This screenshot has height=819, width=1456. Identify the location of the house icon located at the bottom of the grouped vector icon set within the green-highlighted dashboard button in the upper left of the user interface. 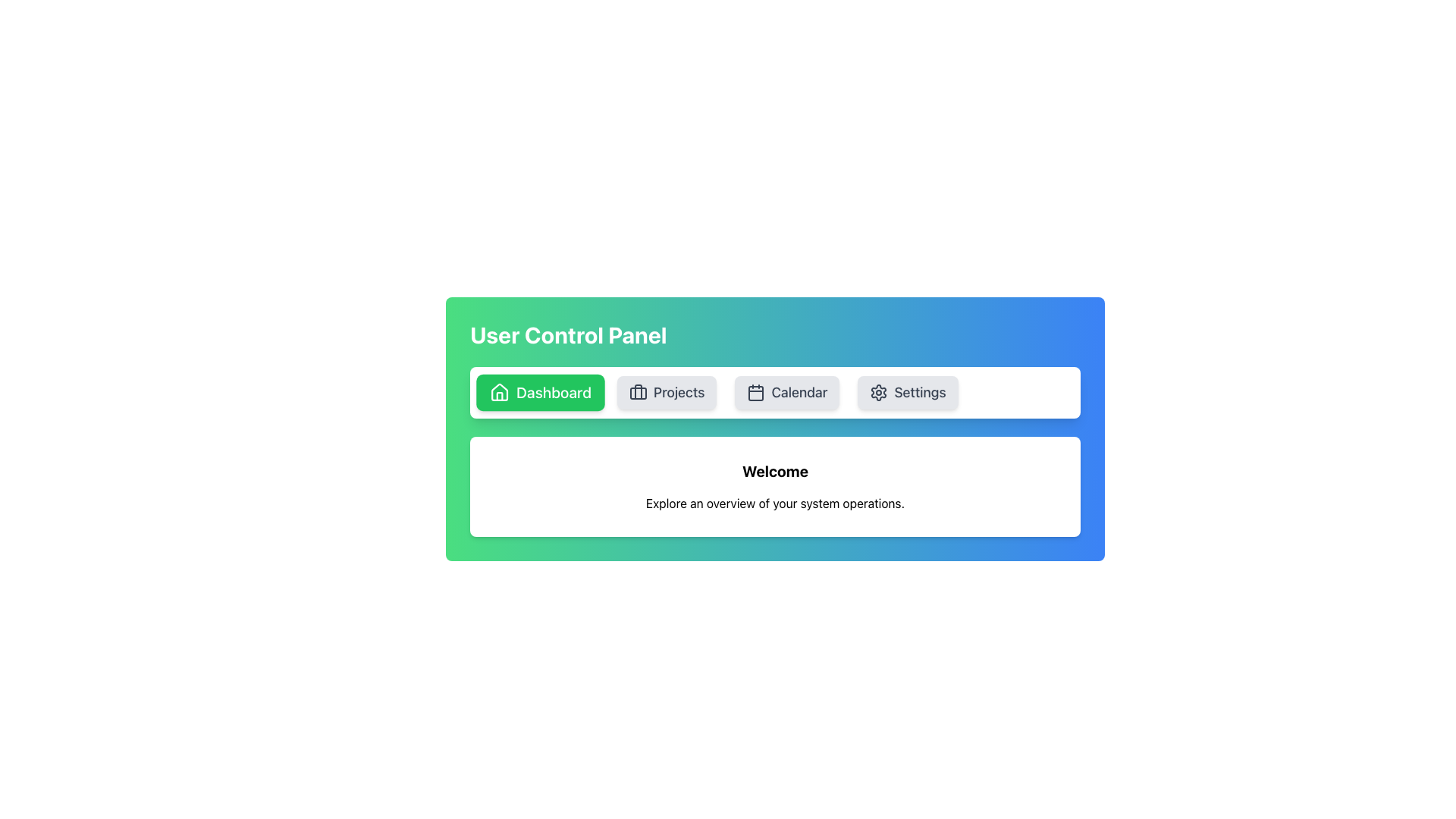
(500, 391).